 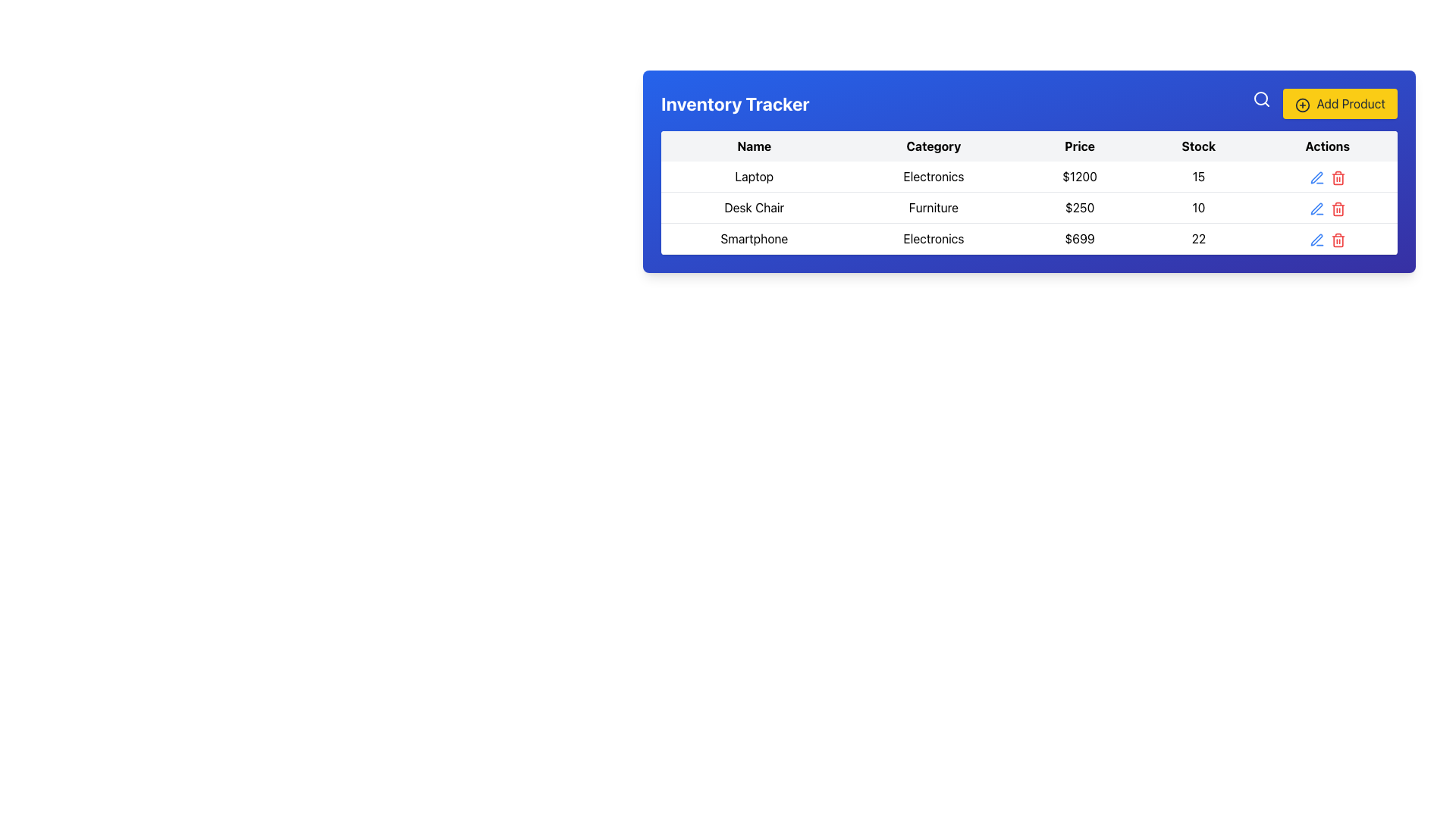 I want to click on the 'Electronics' text label in the 'Category' column of the 'Inventory Tracker' table, so click(x=933, y=239).